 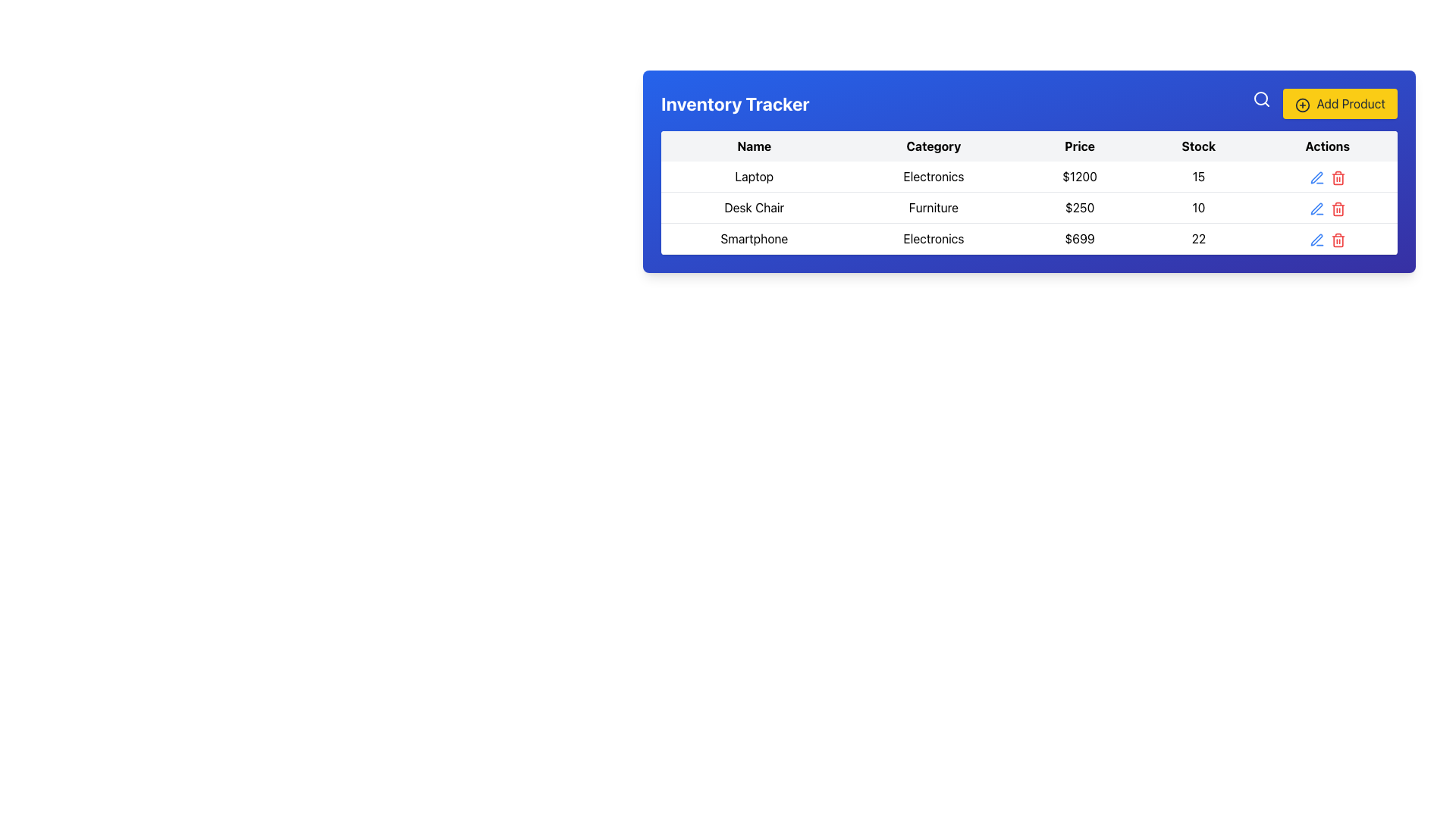 I want to click on the 'Electronics' text label in the 'Category' column of the 'Inventory Tracker' table, so click(x=933, y=239).